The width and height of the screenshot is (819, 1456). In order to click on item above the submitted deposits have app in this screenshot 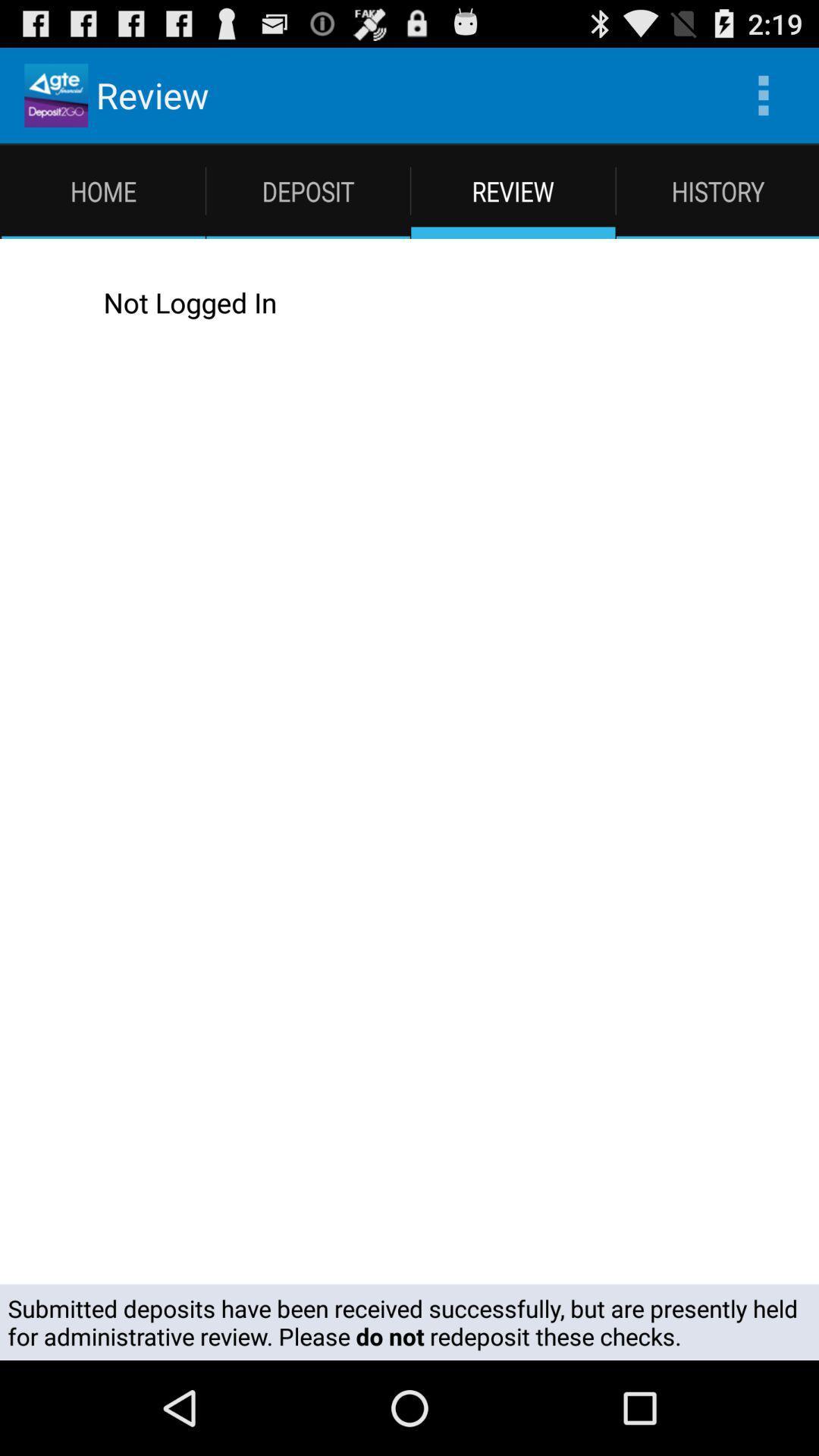, I will do `click(41, 302)`.